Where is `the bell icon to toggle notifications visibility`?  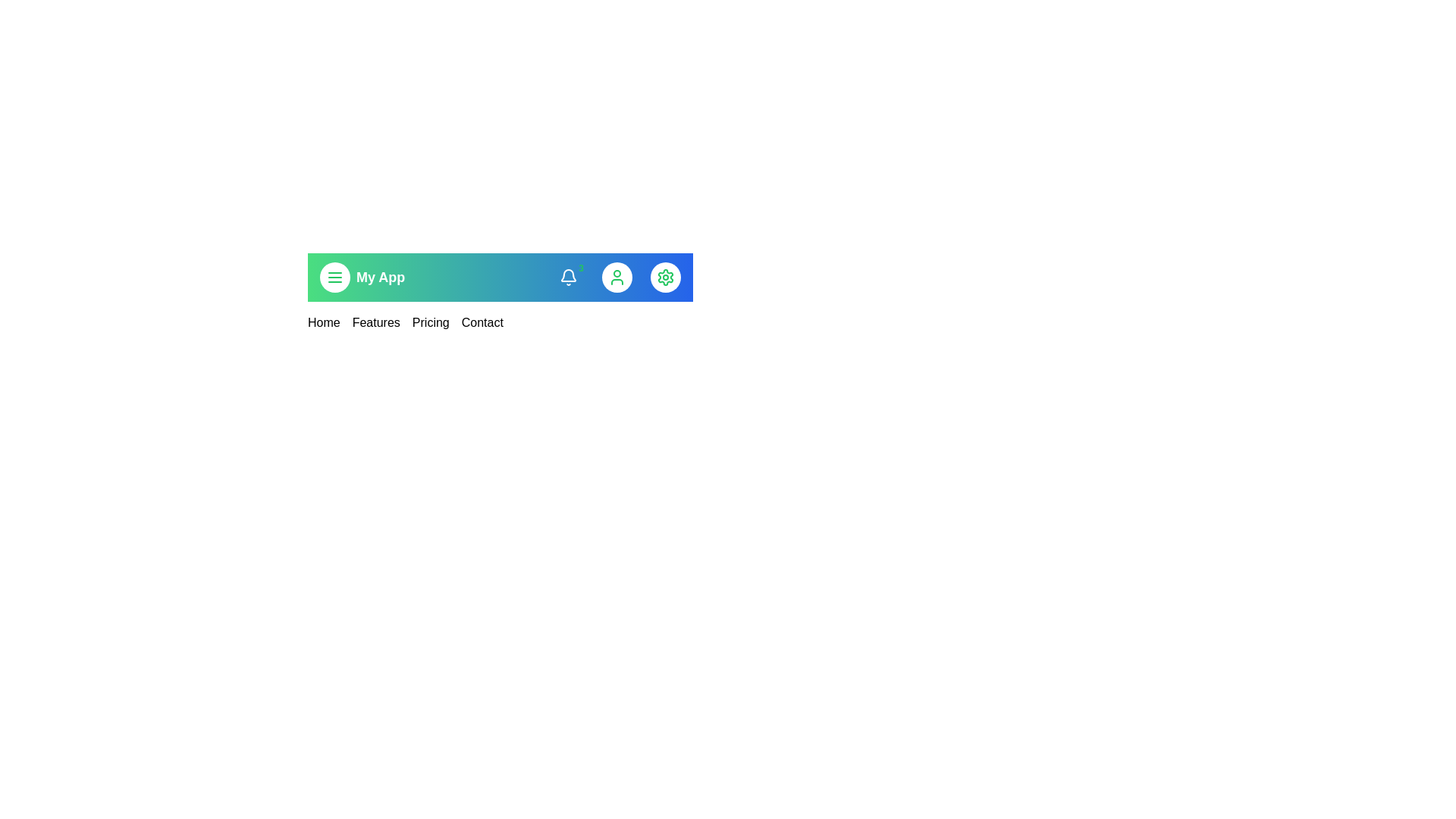
the bell icon to toggle notifications visibility is located at coordinates (567, 278).